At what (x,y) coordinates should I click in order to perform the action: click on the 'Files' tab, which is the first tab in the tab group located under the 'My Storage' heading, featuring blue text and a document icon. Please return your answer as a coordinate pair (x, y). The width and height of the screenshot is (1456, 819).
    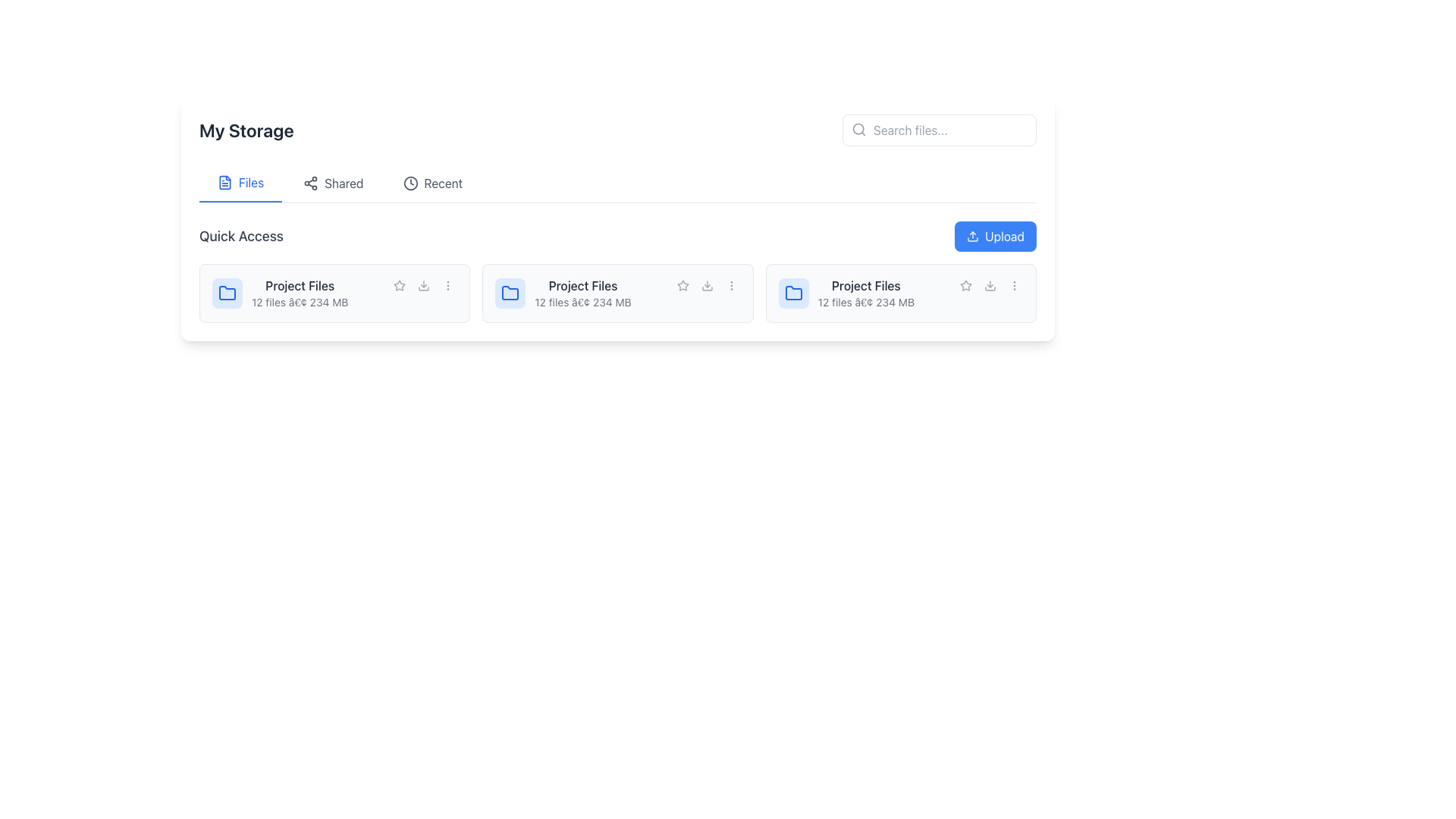
    Looking at the image, I should click on (240, 183).